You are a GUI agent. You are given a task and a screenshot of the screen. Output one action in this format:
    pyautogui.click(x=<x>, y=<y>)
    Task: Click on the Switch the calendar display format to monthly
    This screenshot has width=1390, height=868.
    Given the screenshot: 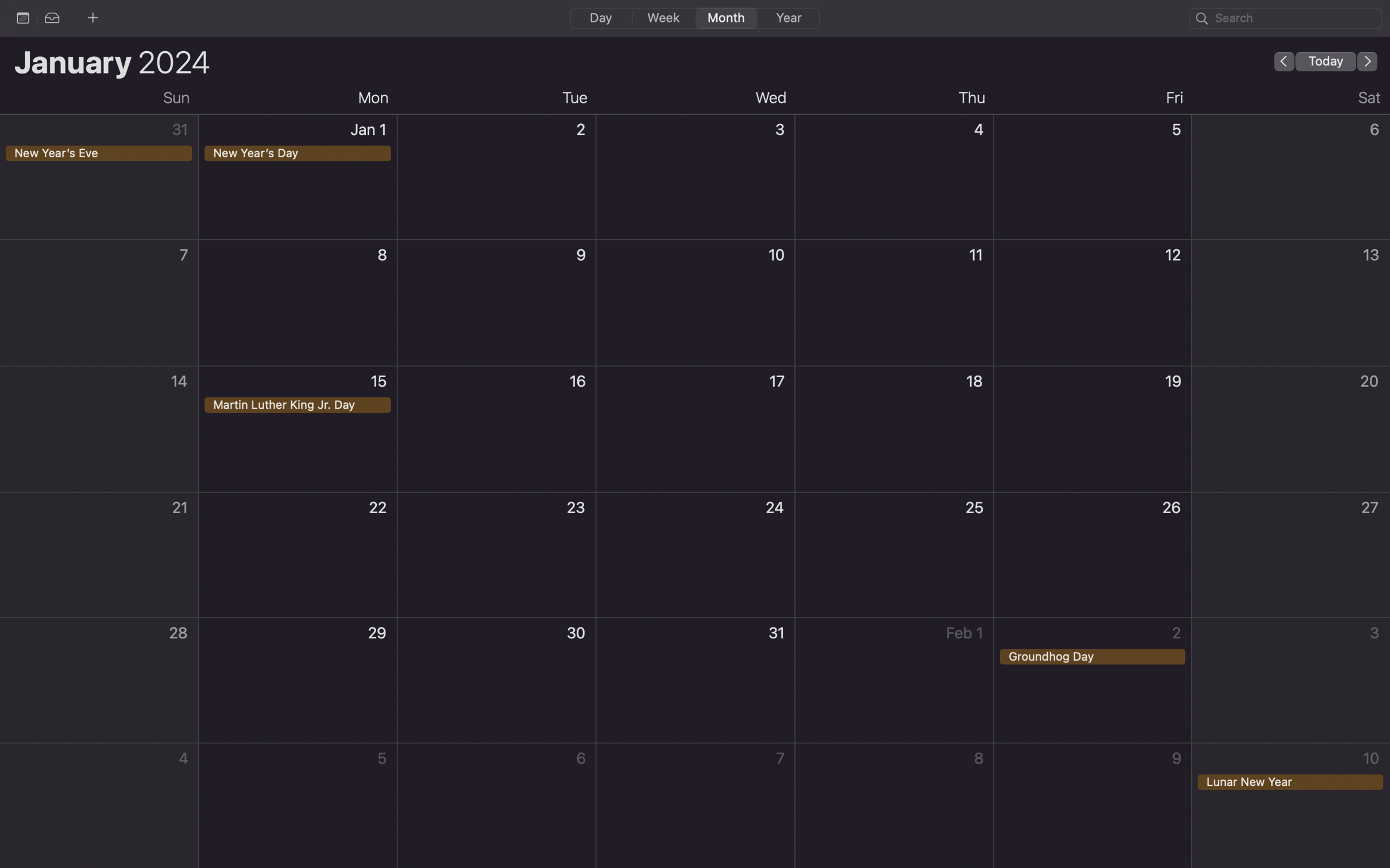 What is the action you would take?
    pyautogui.click(x=724, y=17)
    